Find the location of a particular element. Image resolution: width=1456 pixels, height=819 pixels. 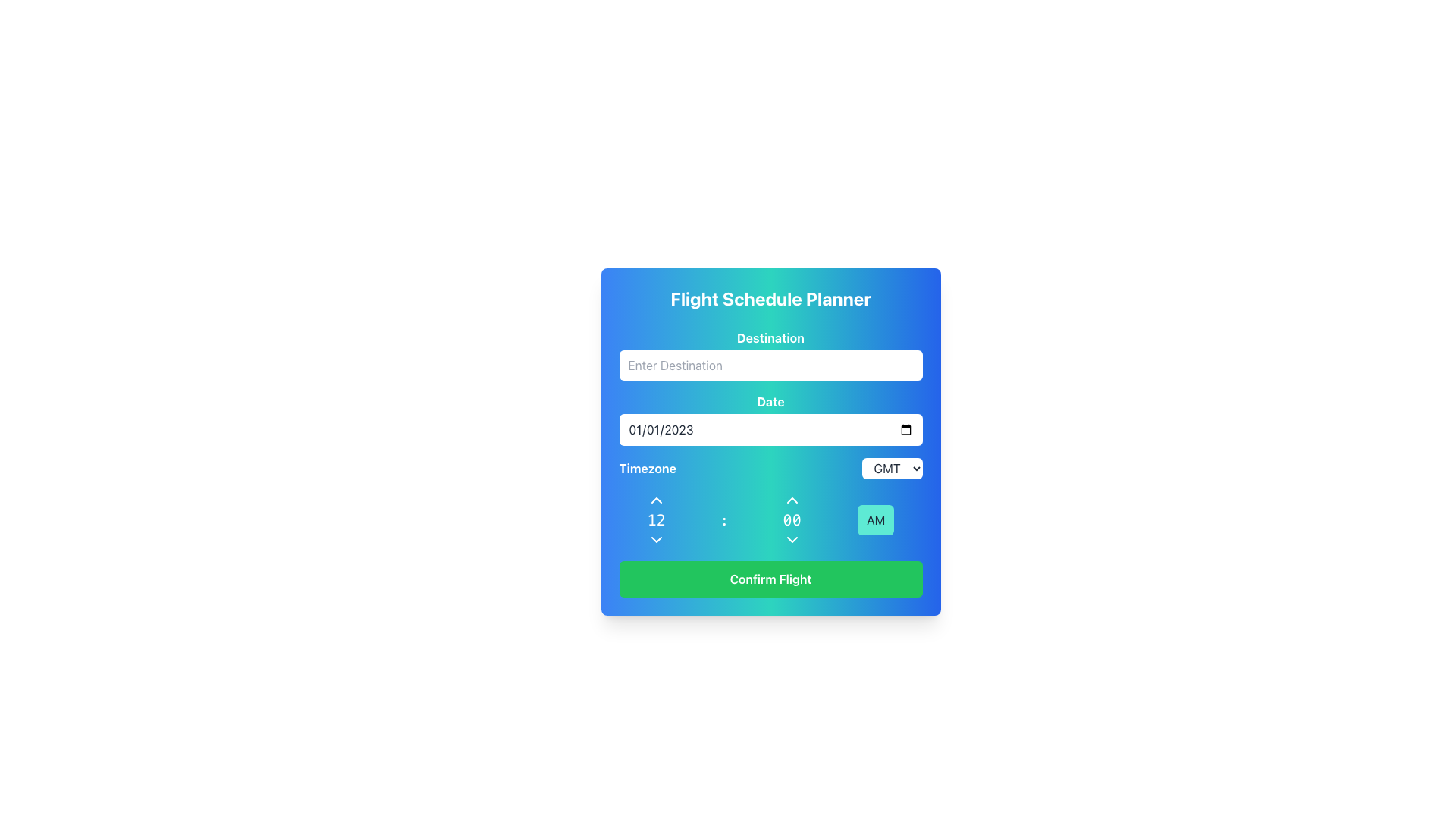

the time period indicator button located on the right side of the time selection section is located at coordinates (876, 519).